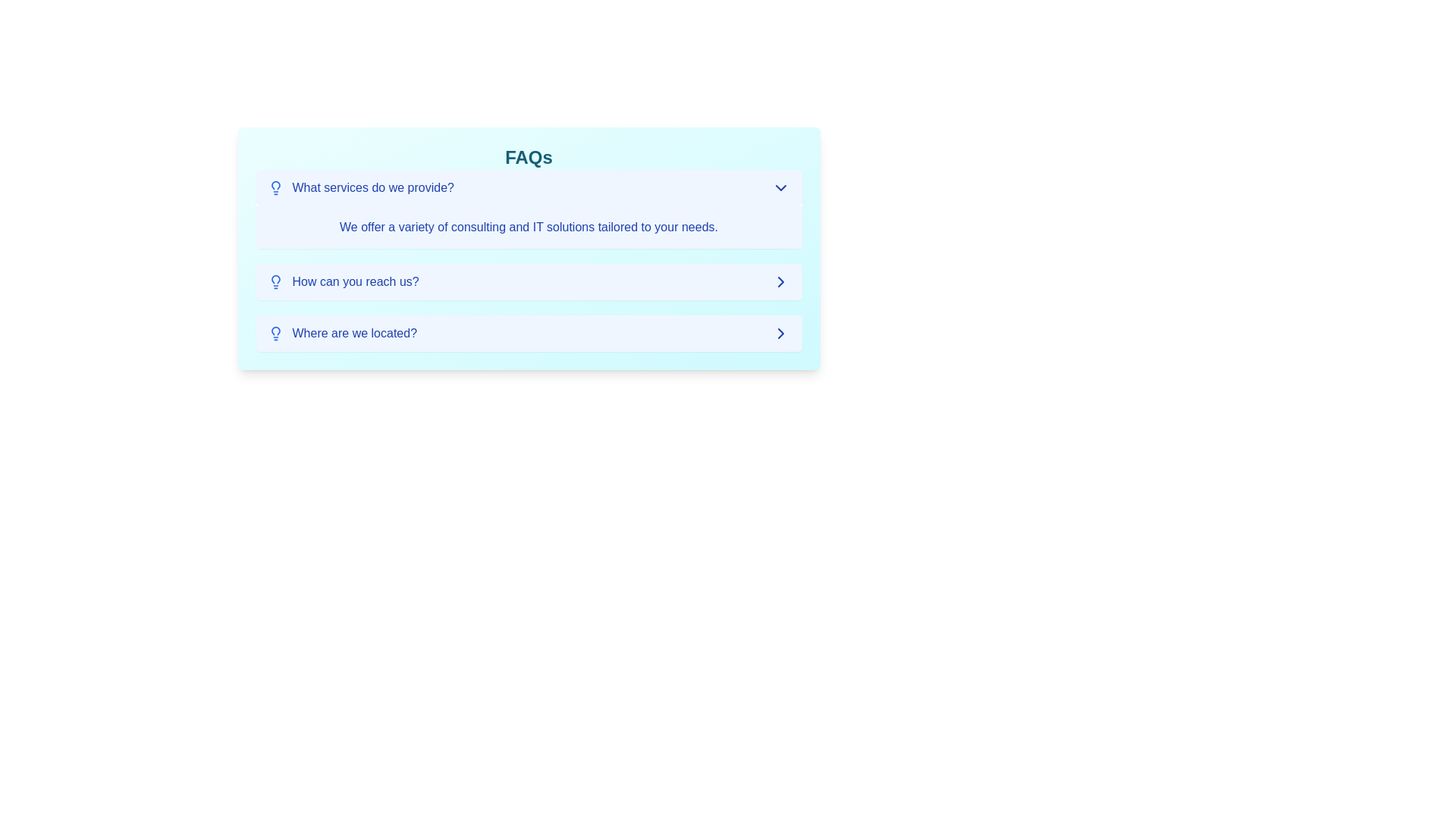 Image resolution: width=1456 pixels, height=819 pixels. Describe the element at coordinates (780, 281) in the screenshot. I see `the chevron arrow icon located to the right of the question text 'Where are we located?' in the third FAQ section` at that location.